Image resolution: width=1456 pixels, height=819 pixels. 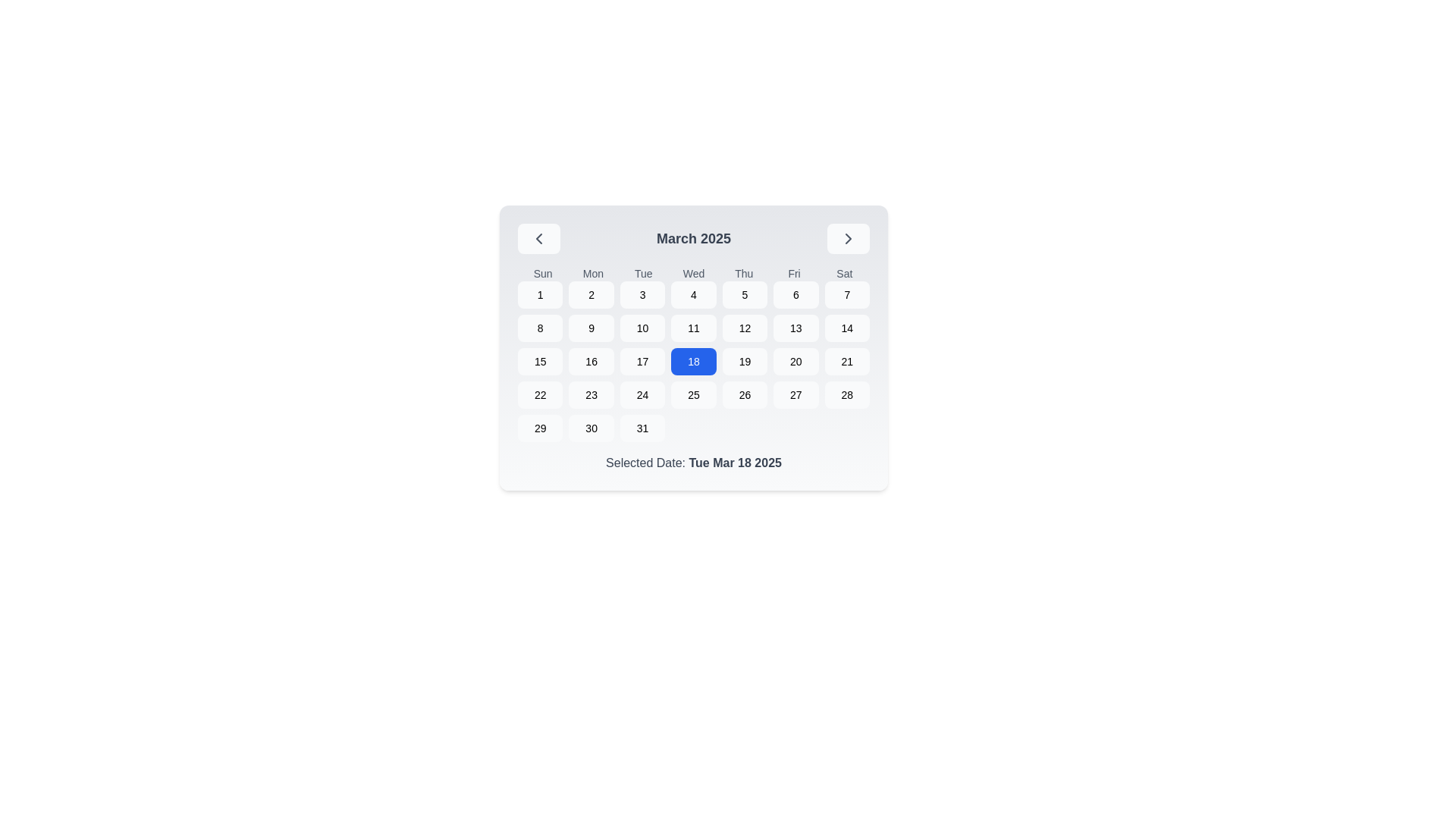 I want to click on the static text label displaying 'Sun', which is the first element in the calendar header showing the days of the week, so click(x=543, y=274).